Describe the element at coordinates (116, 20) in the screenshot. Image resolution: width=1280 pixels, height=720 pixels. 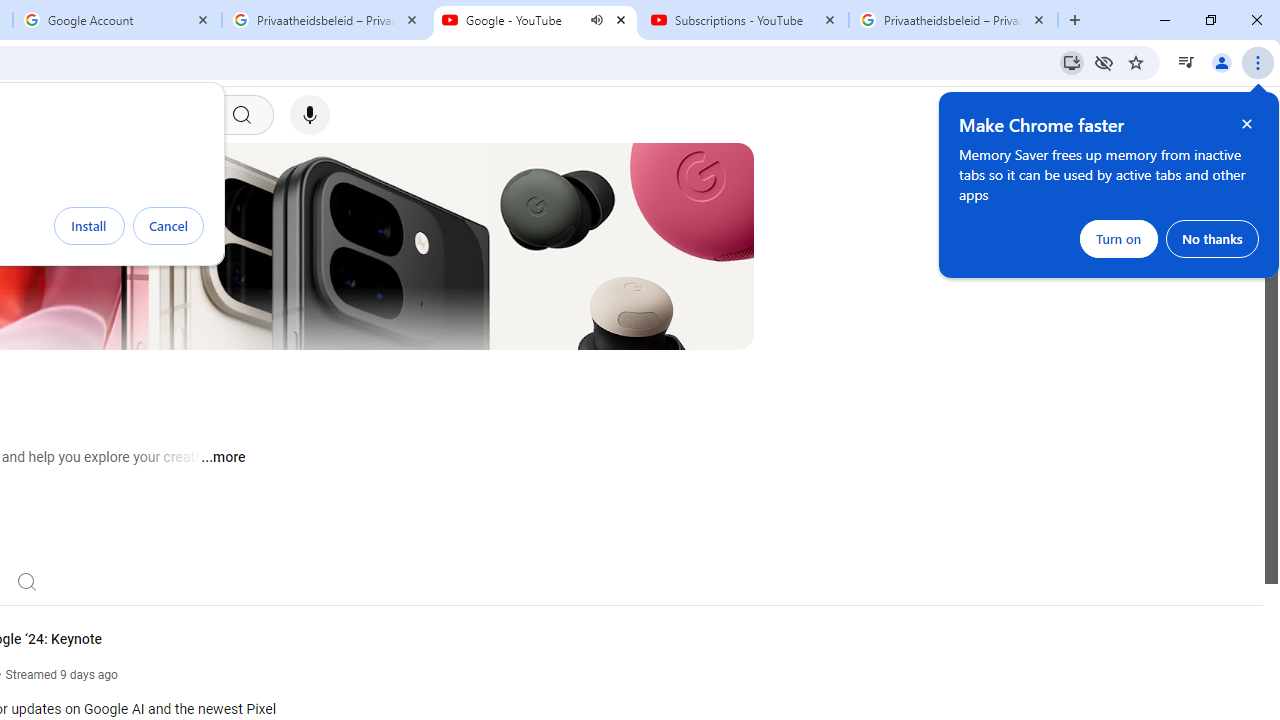
I see `'Google Account'` at that location.